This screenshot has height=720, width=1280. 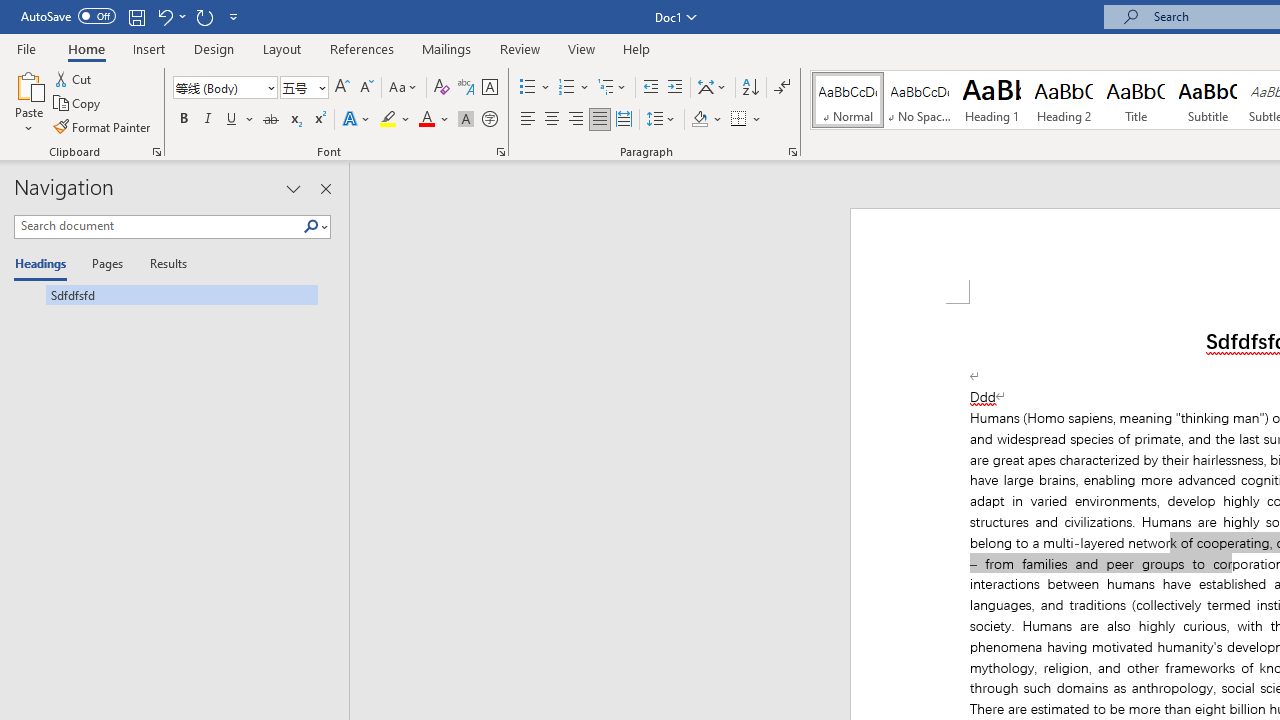 I want to click on 'Character Shading', so click(x=464, y=119).